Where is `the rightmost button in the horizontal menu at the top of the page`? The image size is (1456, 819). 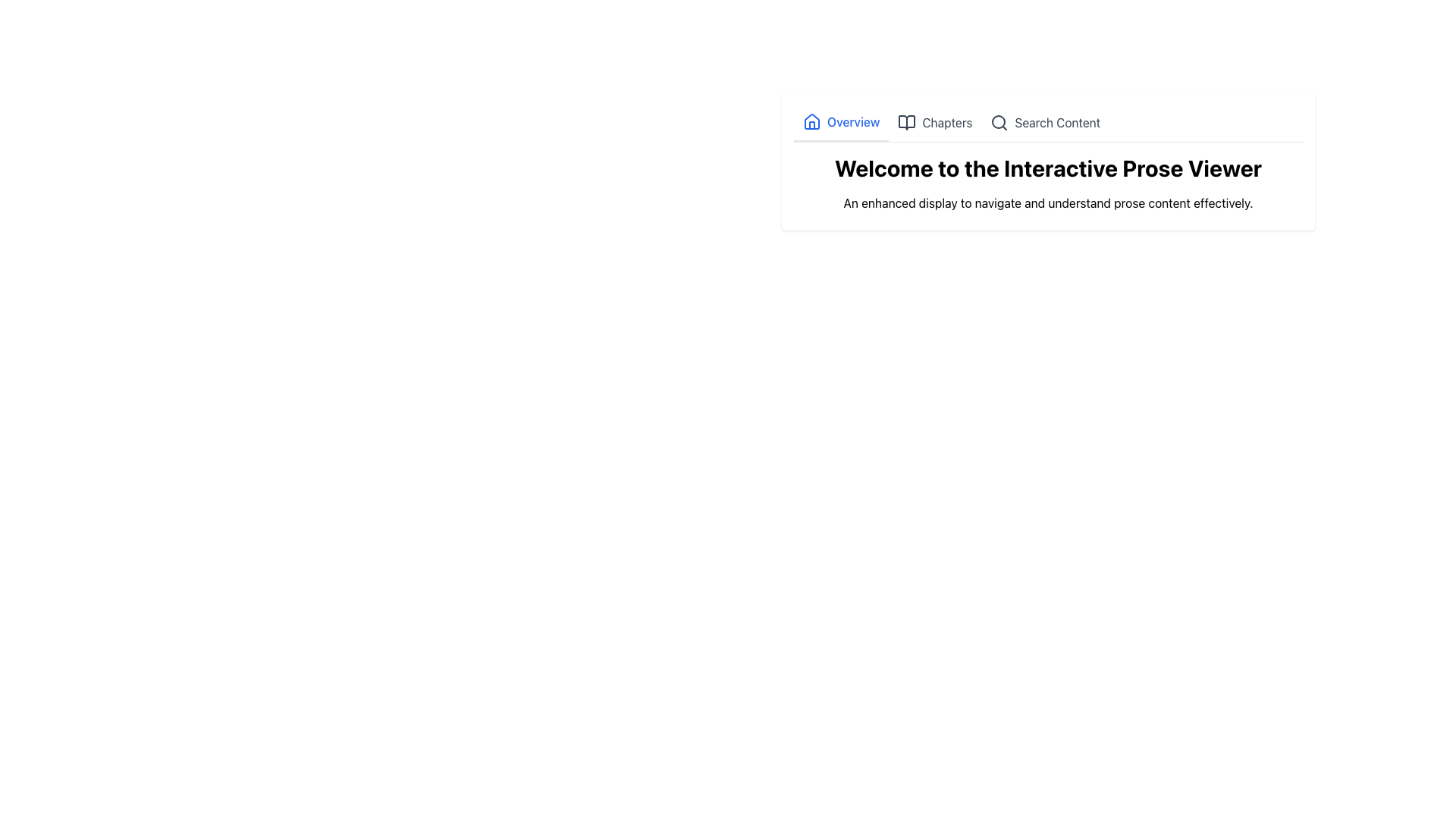 the rightmost button in the horizontal menu at the top of the page is located at coordinates (1044, 122).